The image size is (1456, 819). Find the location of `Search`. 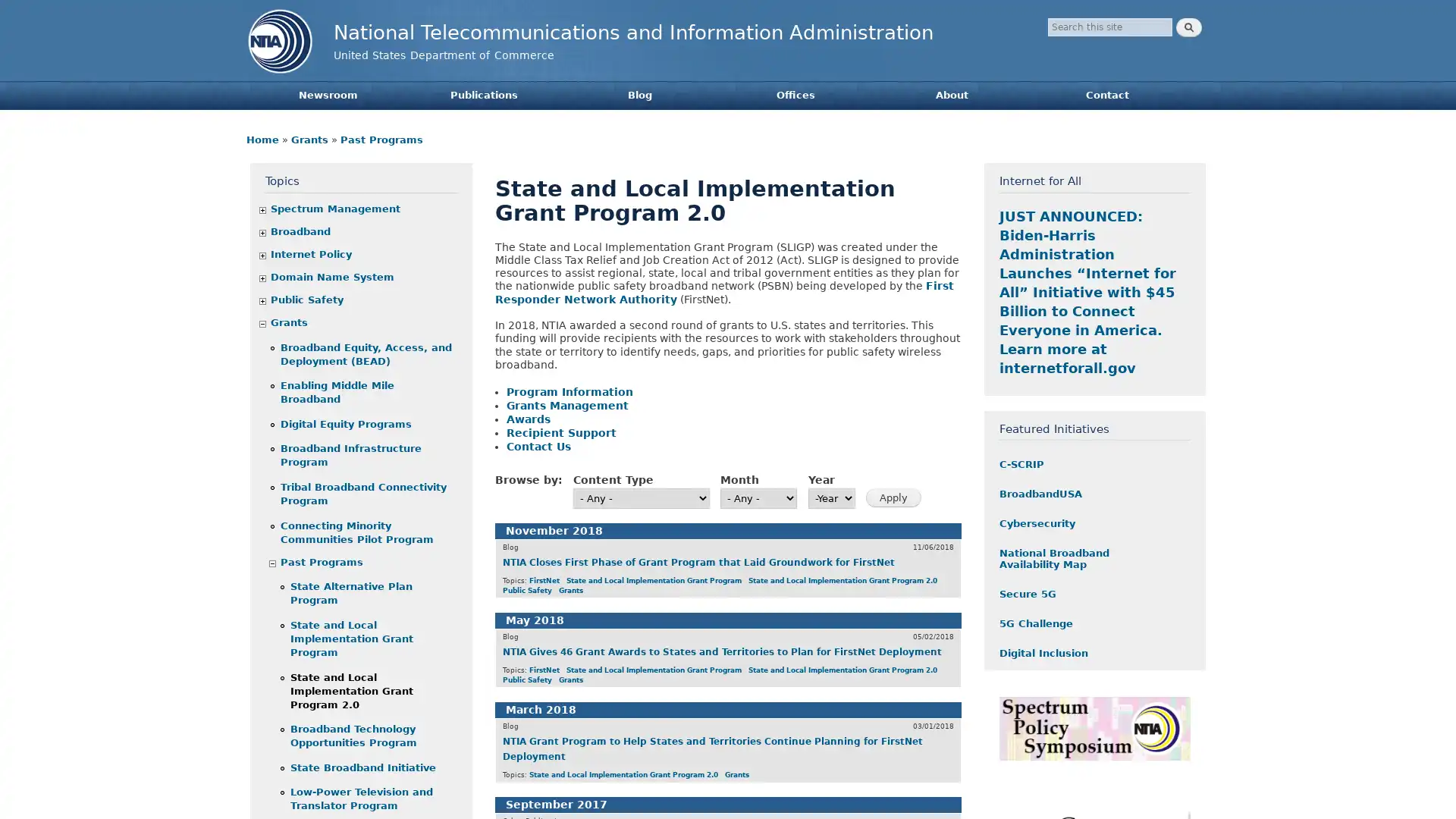

Search is located at coordinates (1188, 27).